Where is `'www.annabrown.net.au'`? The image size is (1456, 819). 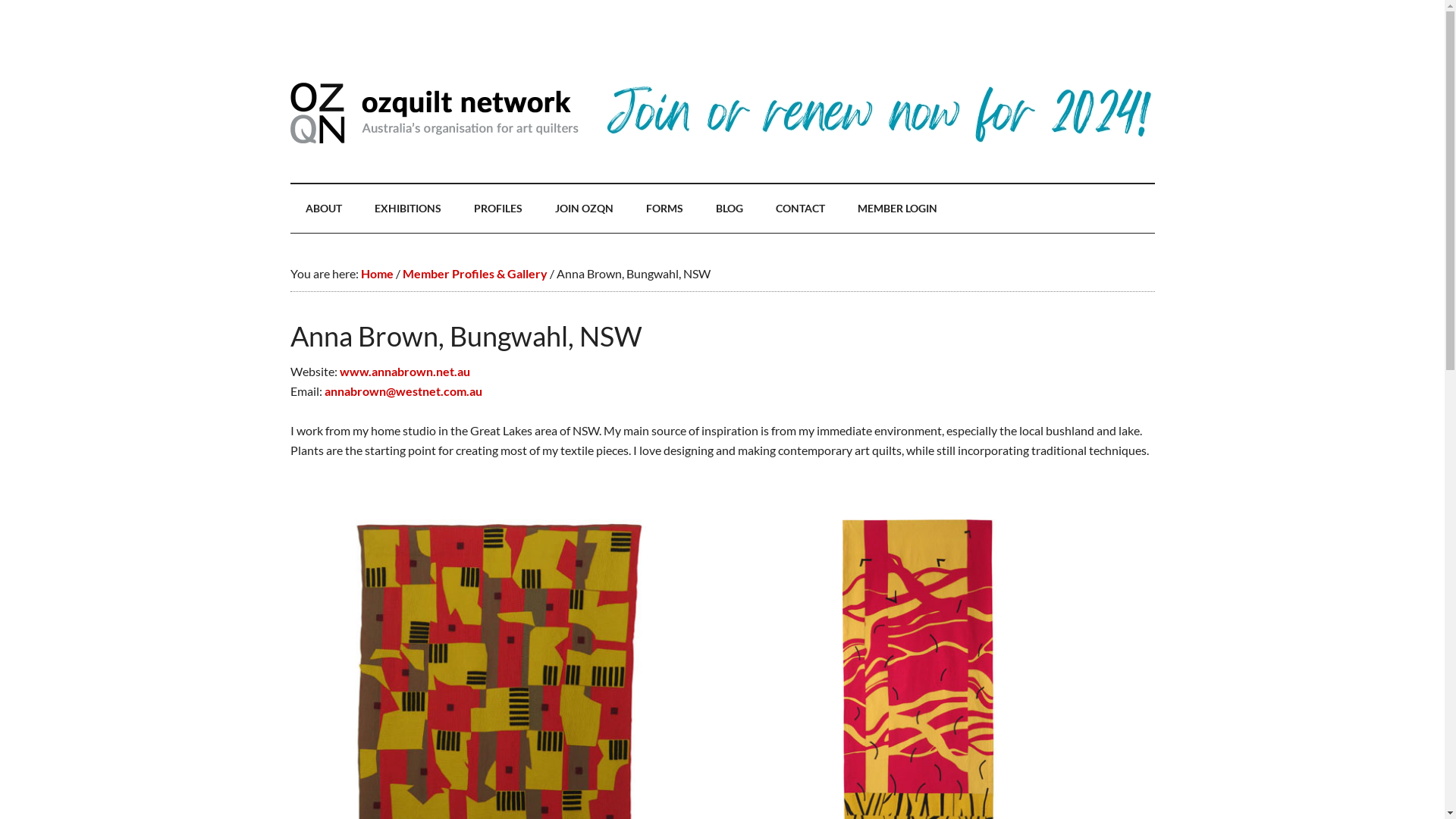 'www.annabrown.net.au' is located at coordinates (404, 371).